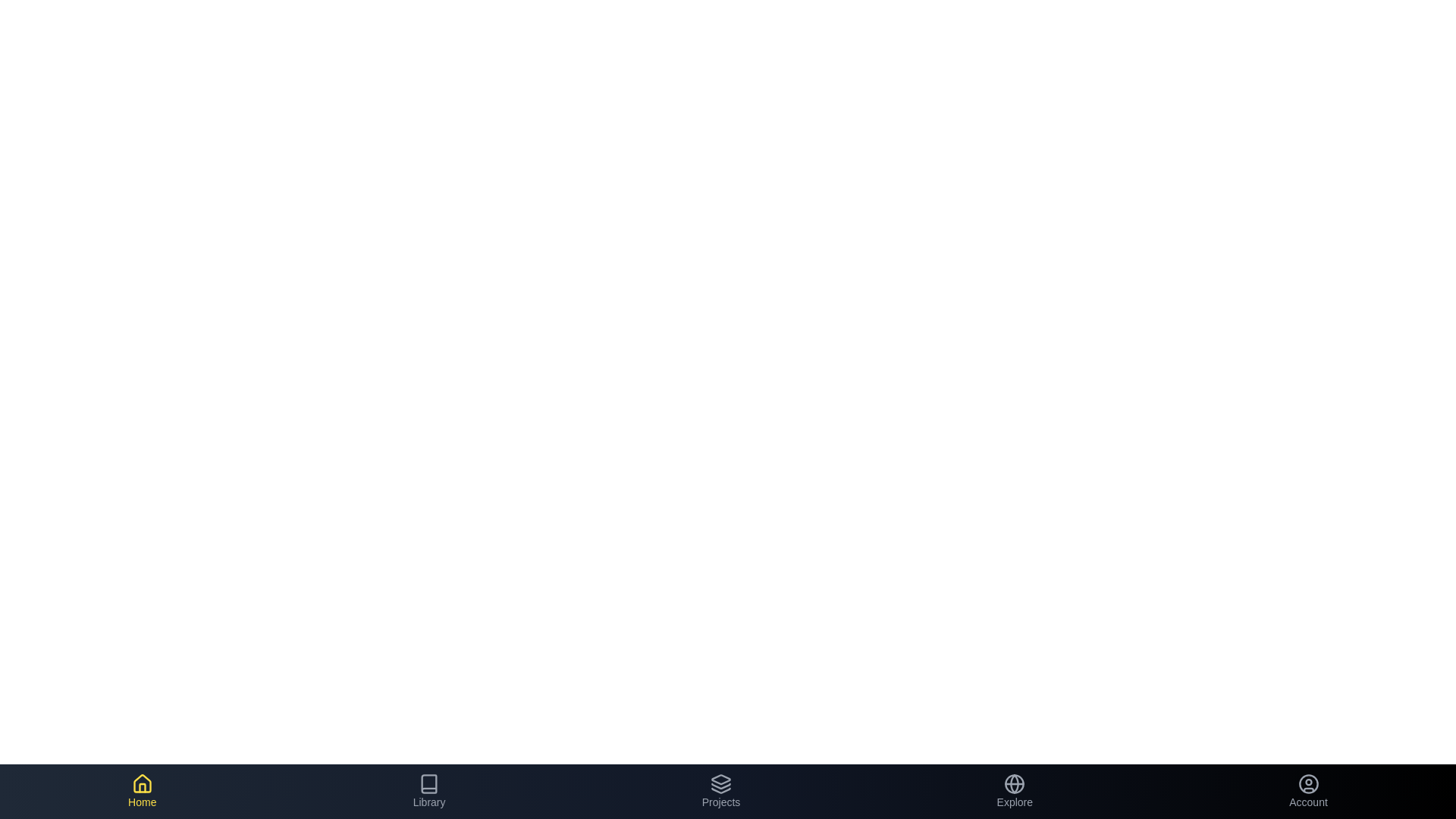  I want to click on the Home tab to see the hover effect, so click(142, 791).